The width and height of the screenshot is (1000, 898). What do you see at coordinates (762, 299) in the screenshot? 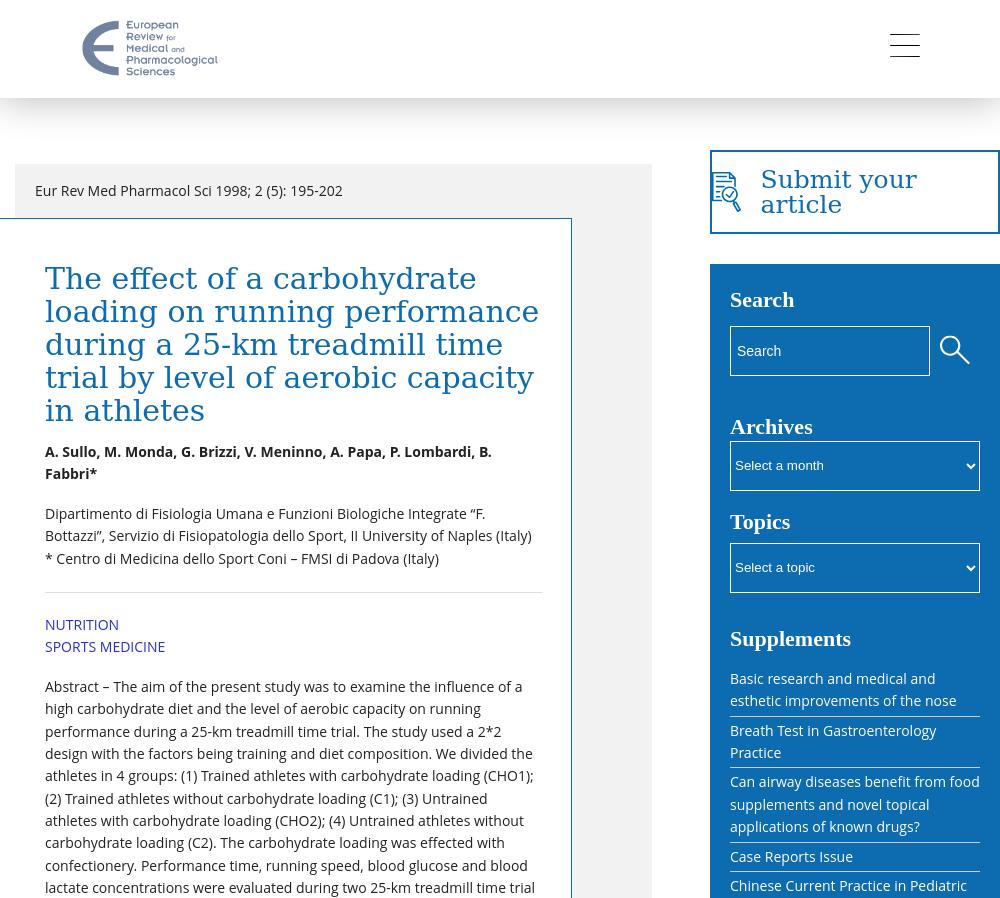
I see `'Search'` at bounding box center [762, 299].